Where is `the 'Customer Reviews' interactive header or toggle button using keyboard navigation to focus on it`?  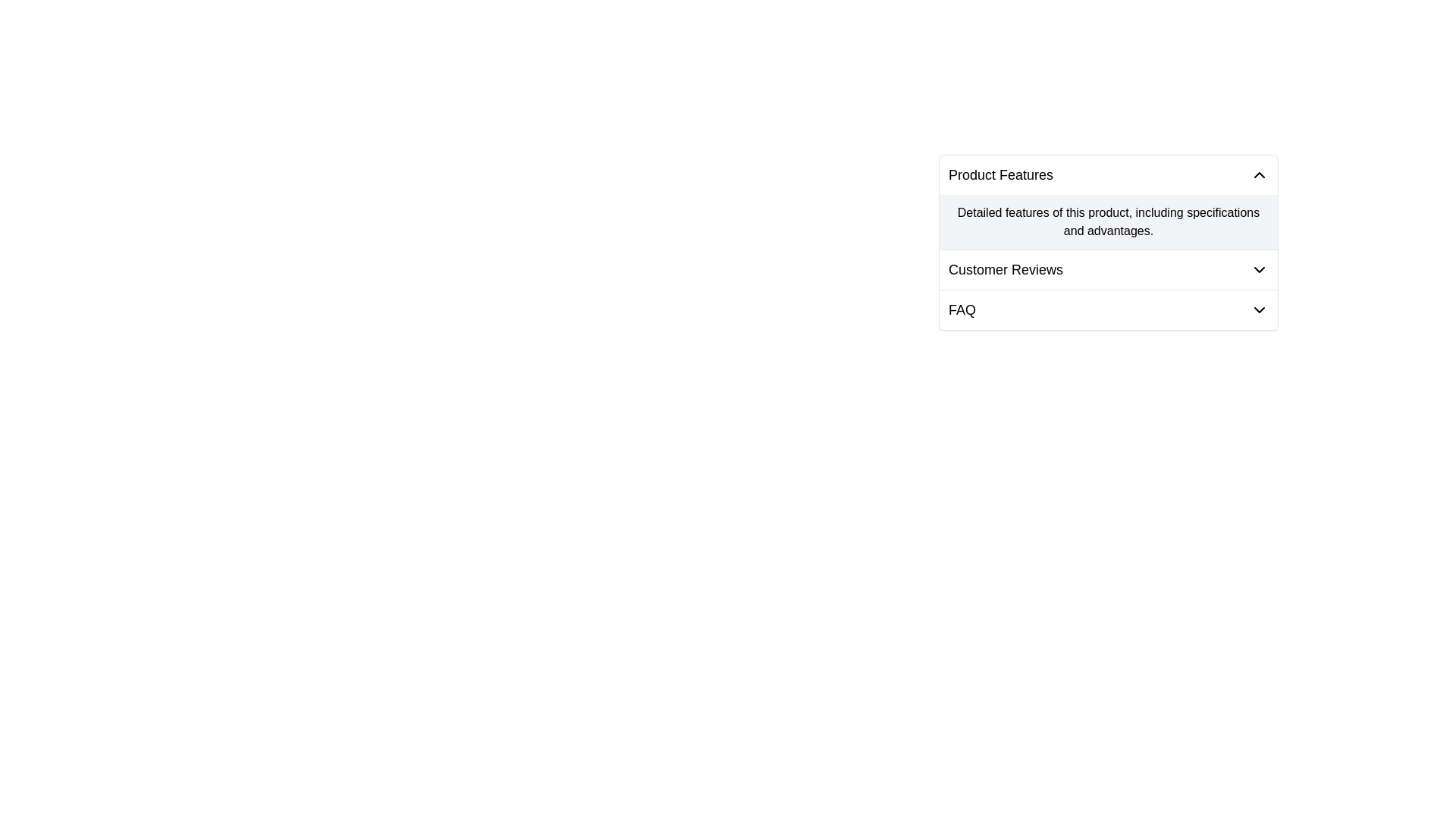
the 'Customer Reviews' interactive header or toggle button using keyboard navigation to focus on it is located at coordinates (1109, 268).